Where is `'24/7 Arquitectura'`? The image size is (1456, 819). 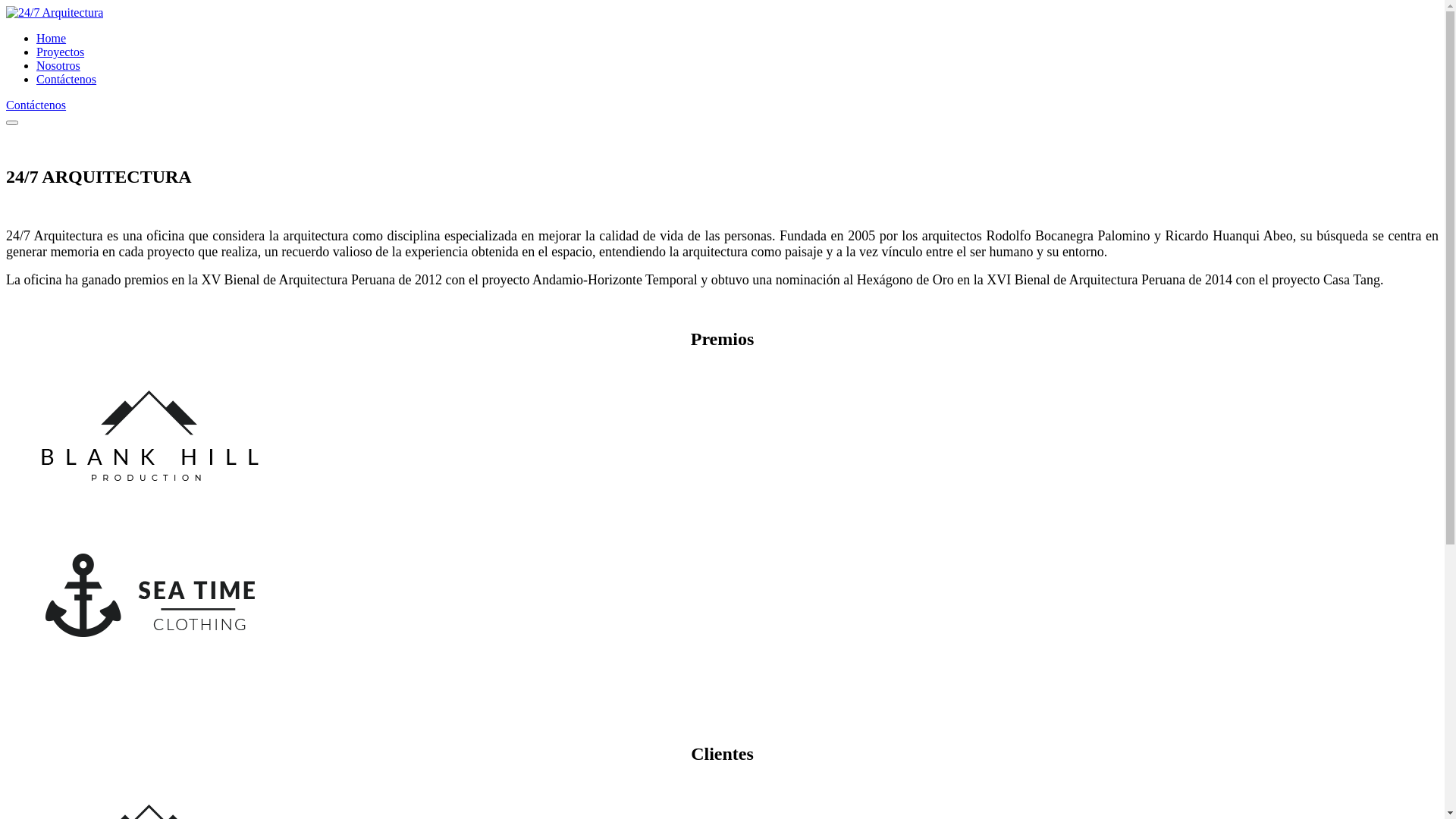
'24/7 Arquitectura' is located at coordinates (55, 12).